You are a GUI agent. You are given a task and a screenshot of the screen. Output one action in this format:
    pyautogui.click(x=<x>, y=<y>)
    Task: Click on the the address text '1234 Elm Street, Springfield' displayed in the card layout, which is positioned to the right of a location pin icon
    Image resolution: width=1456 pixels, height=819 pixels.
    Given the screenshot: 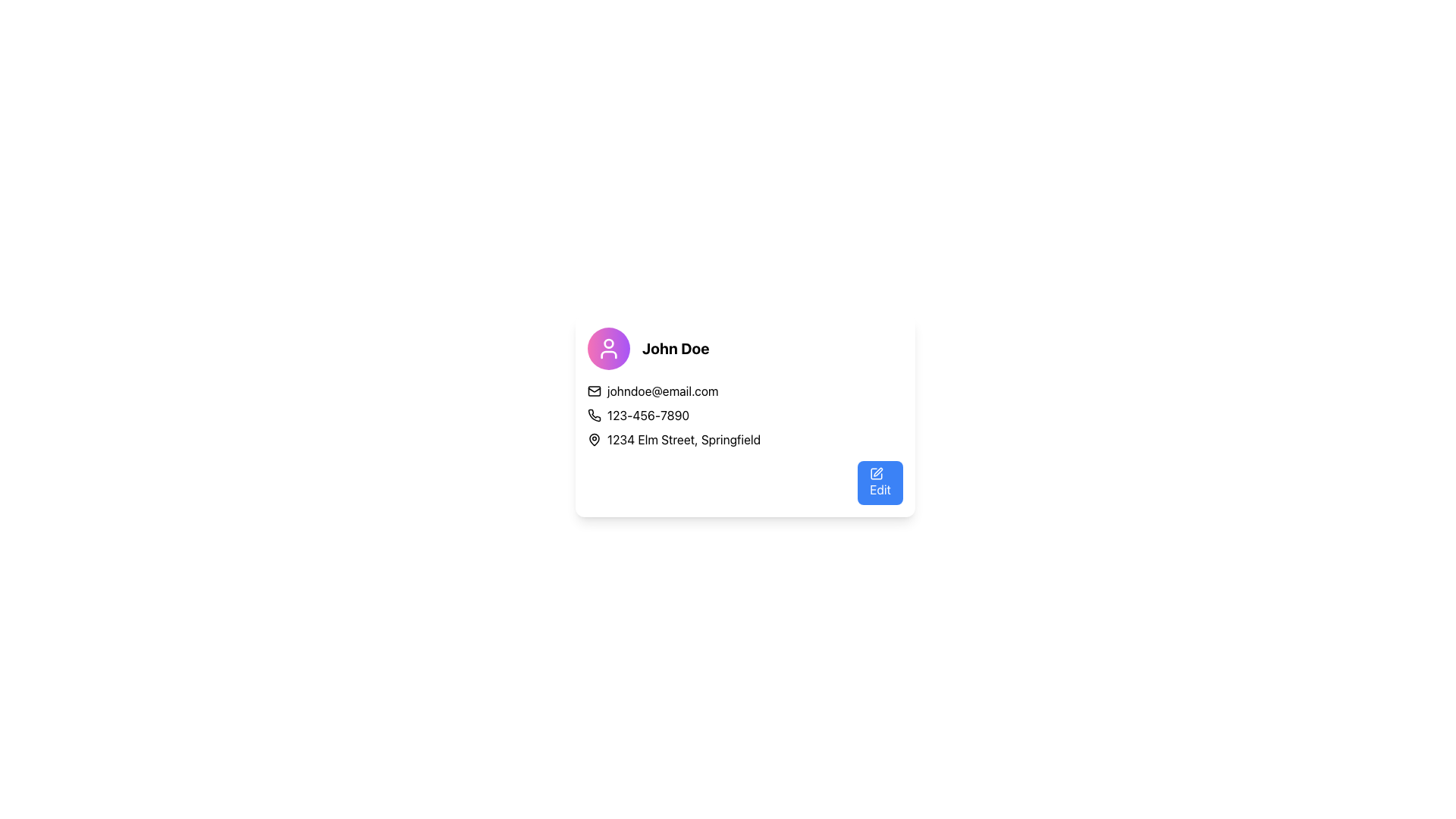 What is the action you would take?
    pyautogui.click(x=683, y=439)
    